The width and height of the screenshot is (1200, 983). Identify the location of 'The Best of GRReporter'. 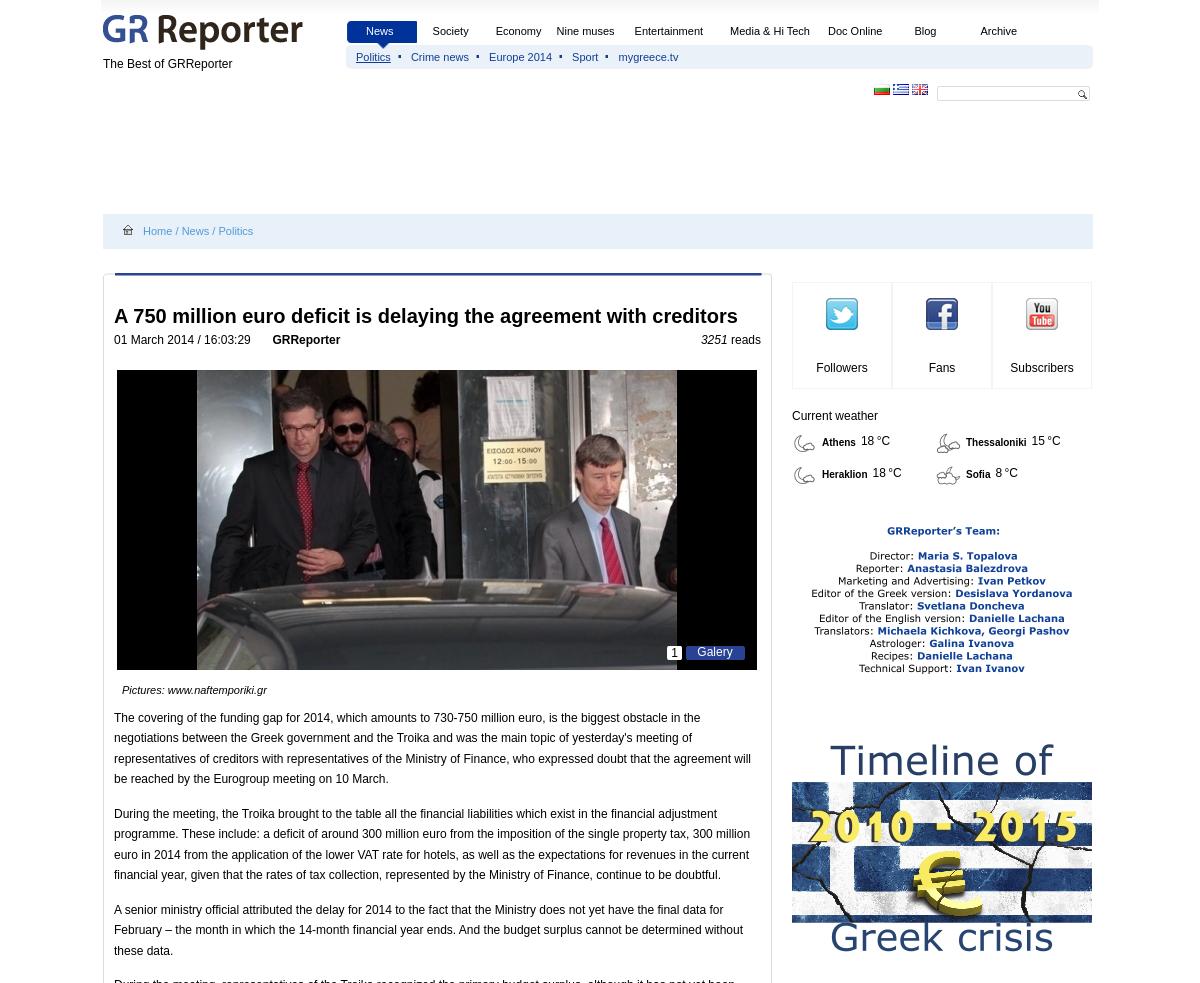
(166, 62).